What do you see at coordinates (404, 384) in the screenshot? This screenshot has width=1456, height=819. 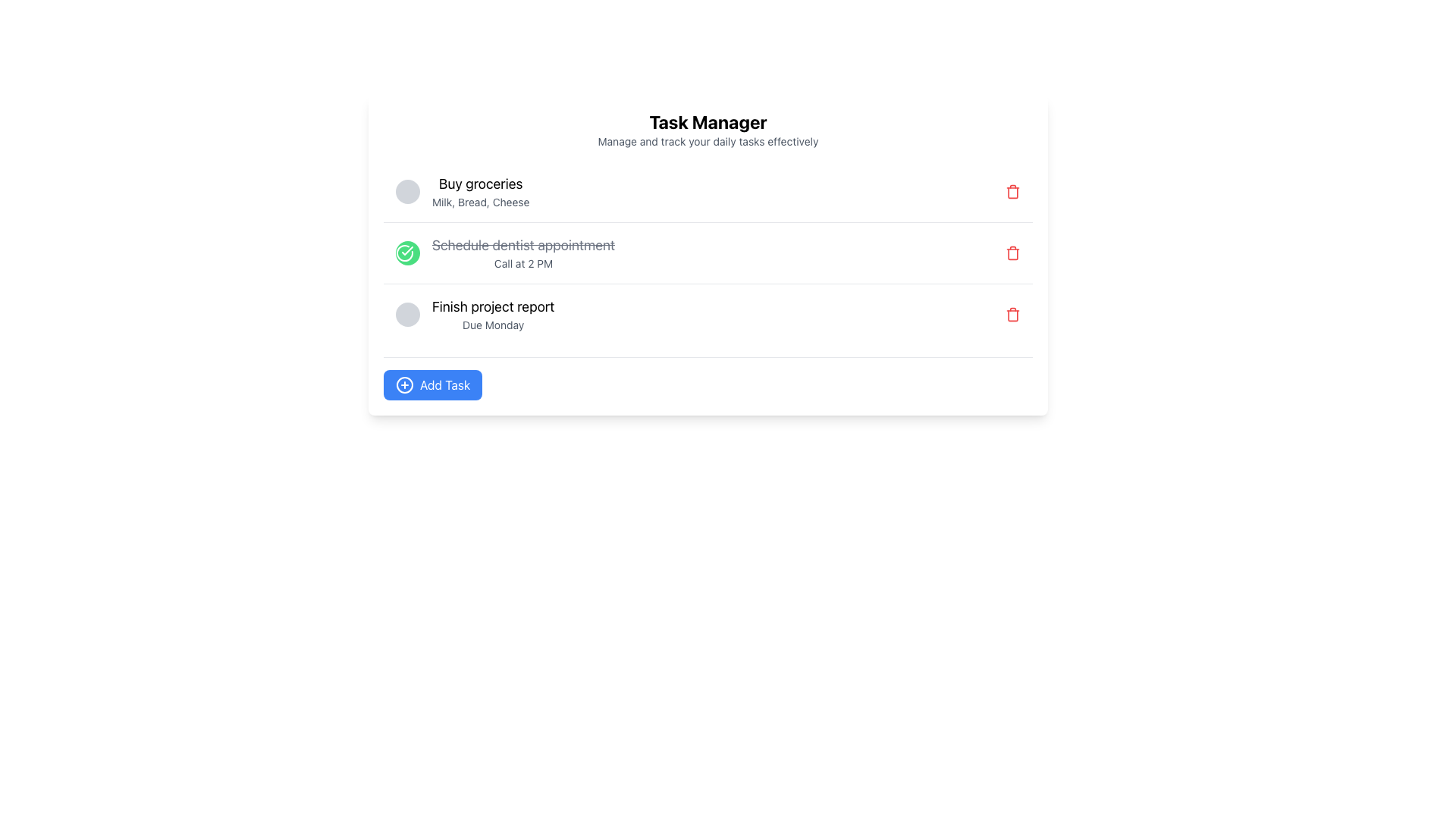 I see `the circular vector graphic element within the icon located to the left of the 'Add Task' button, which is styled as part of an SVG-based icon` at bounding box center [404, 384].